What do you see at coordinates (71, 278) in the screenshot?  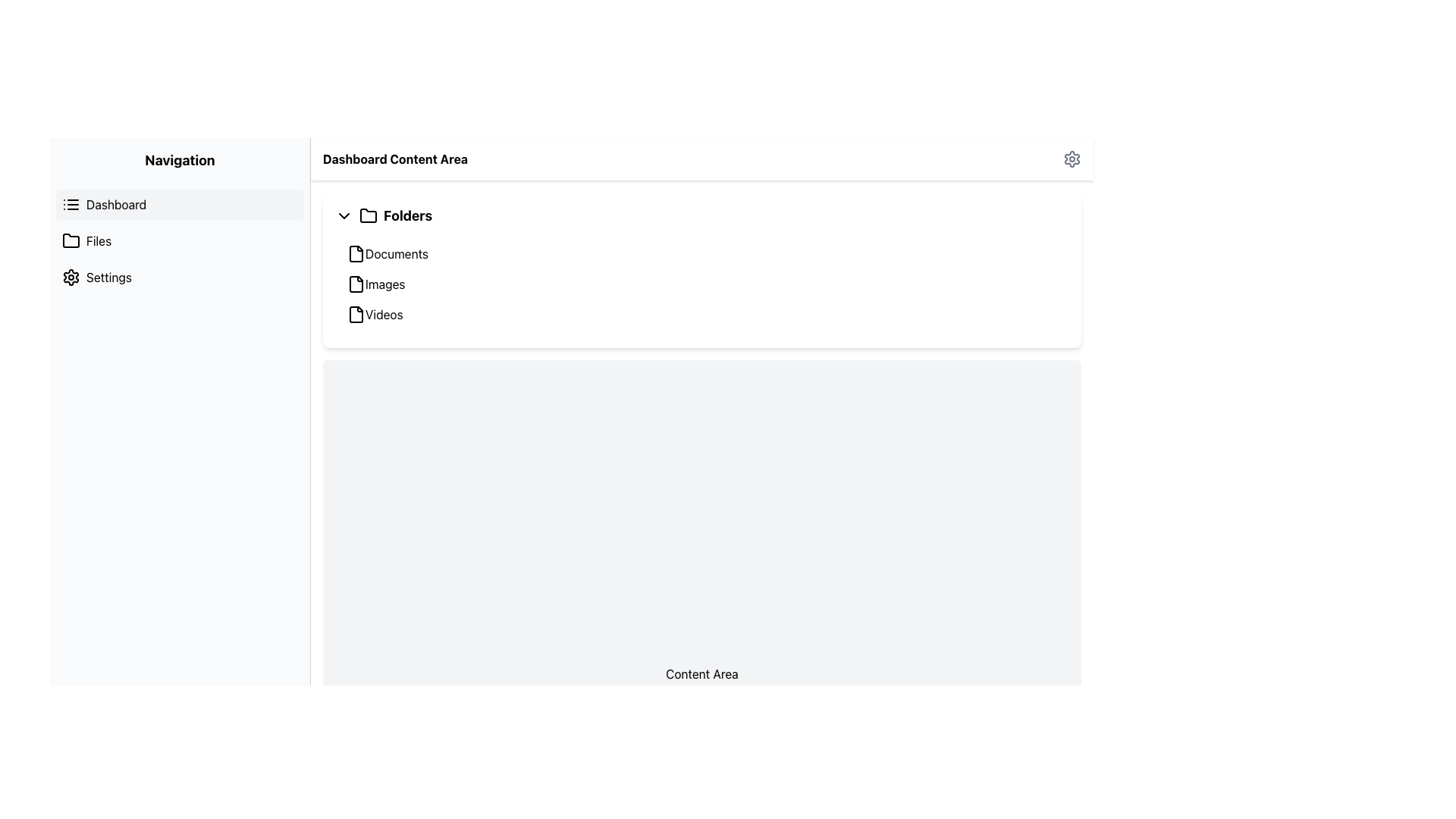 I see `the cogwheel icon in the sidebar navigation under 'Settings'` at bounding box center [71, 278].